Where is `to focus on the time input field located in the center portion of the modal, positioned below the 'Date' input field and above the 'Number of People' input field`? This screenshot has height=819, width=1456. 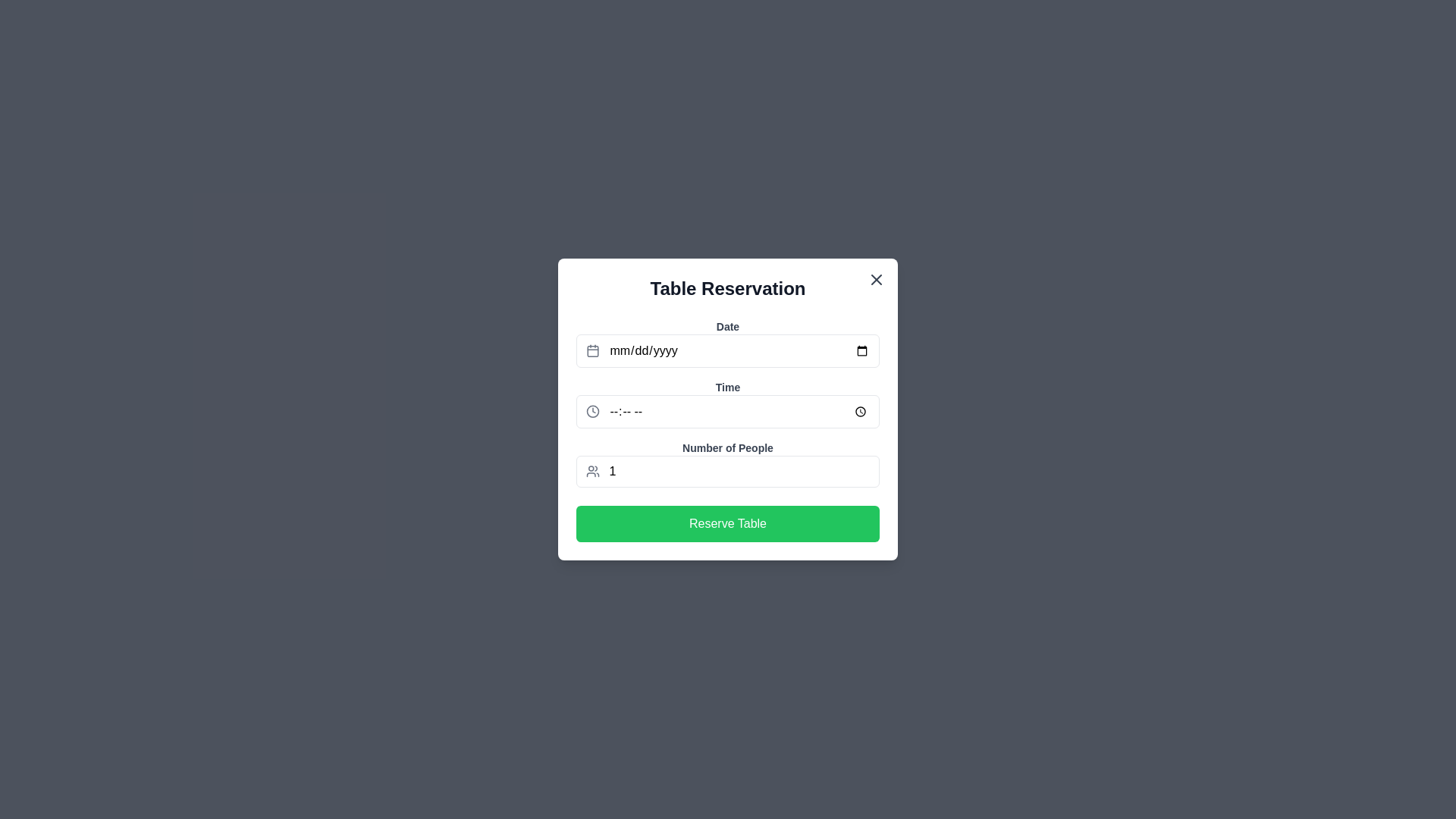 to focus on the time input field located in the center portion of the modal, positioned below the 'Date' input field and above the 'Number of People' input field is located at coordinates (728, 403).